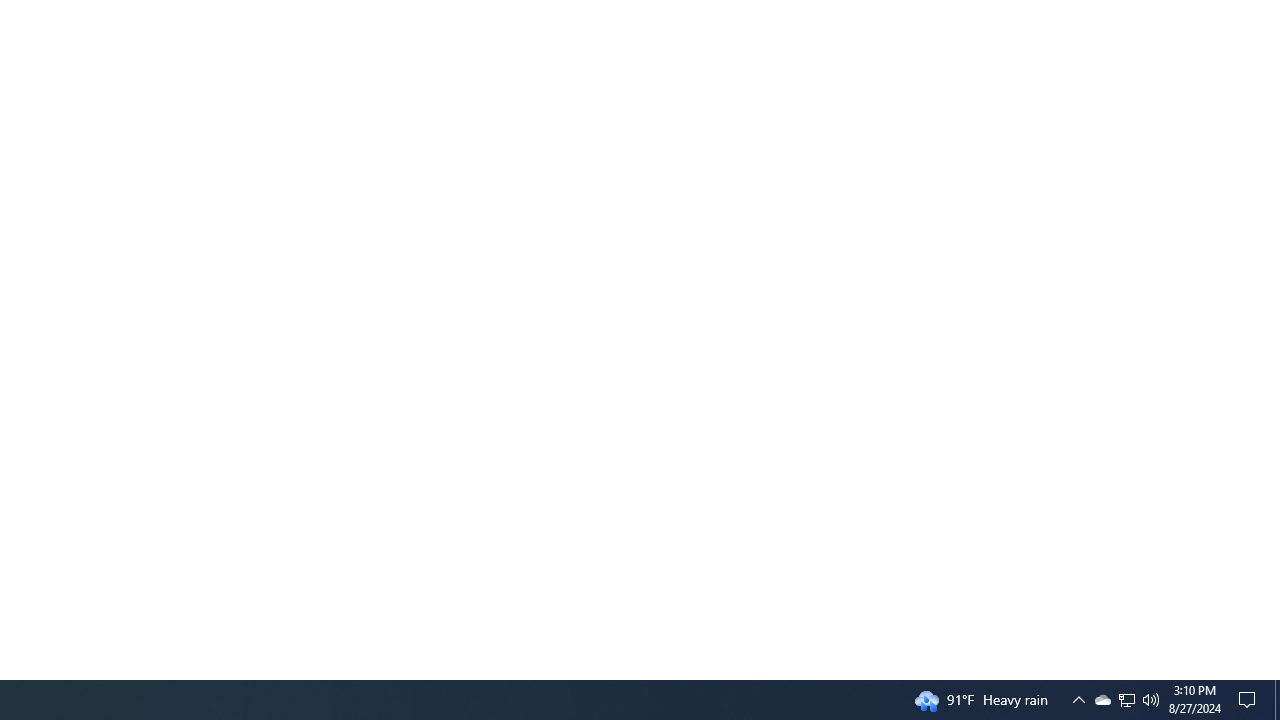 The width and height of the screenshot is (1280, 720). What do you see at coordinates (1151, 698) in the screenshot?
I see `'Q2790: 100%'` at bounding box center [1151, 698].